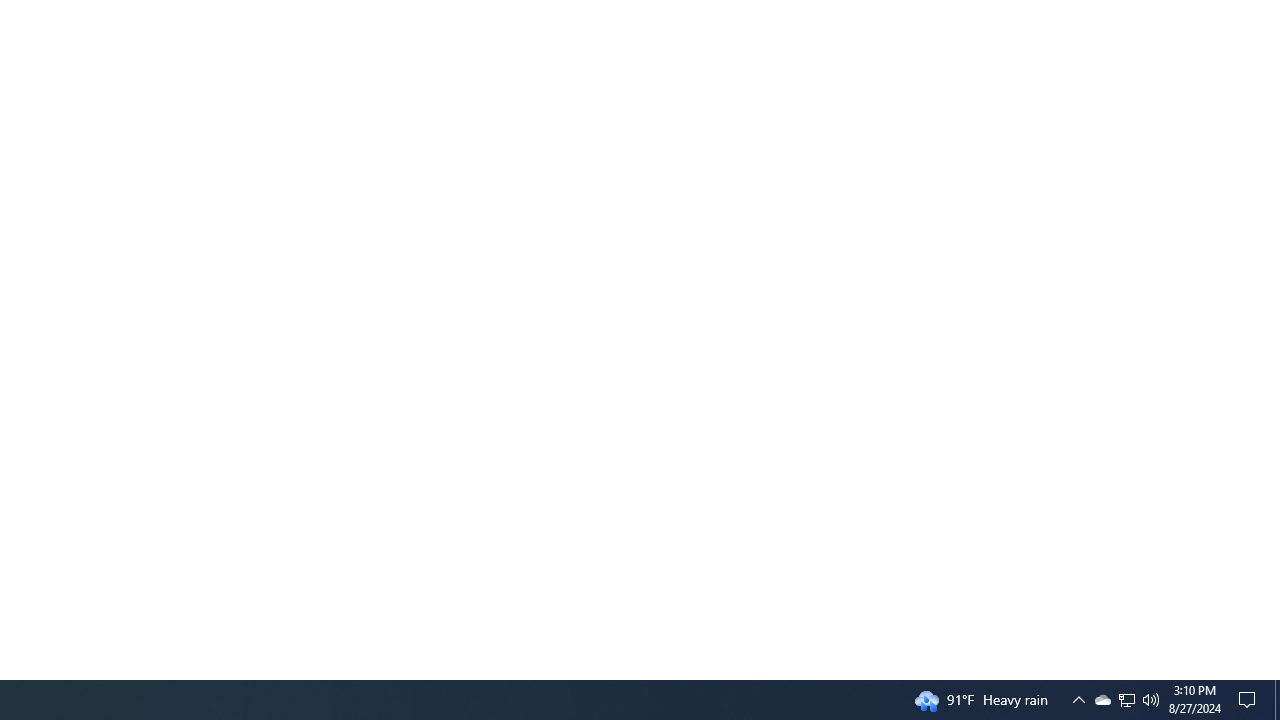 The width and height of the screenshot is (1280, 720). What do you see at coordinates (1151, 698) in the screenshot?
I see `'Q2790: 100%'` at bounding box center [1151, 698].